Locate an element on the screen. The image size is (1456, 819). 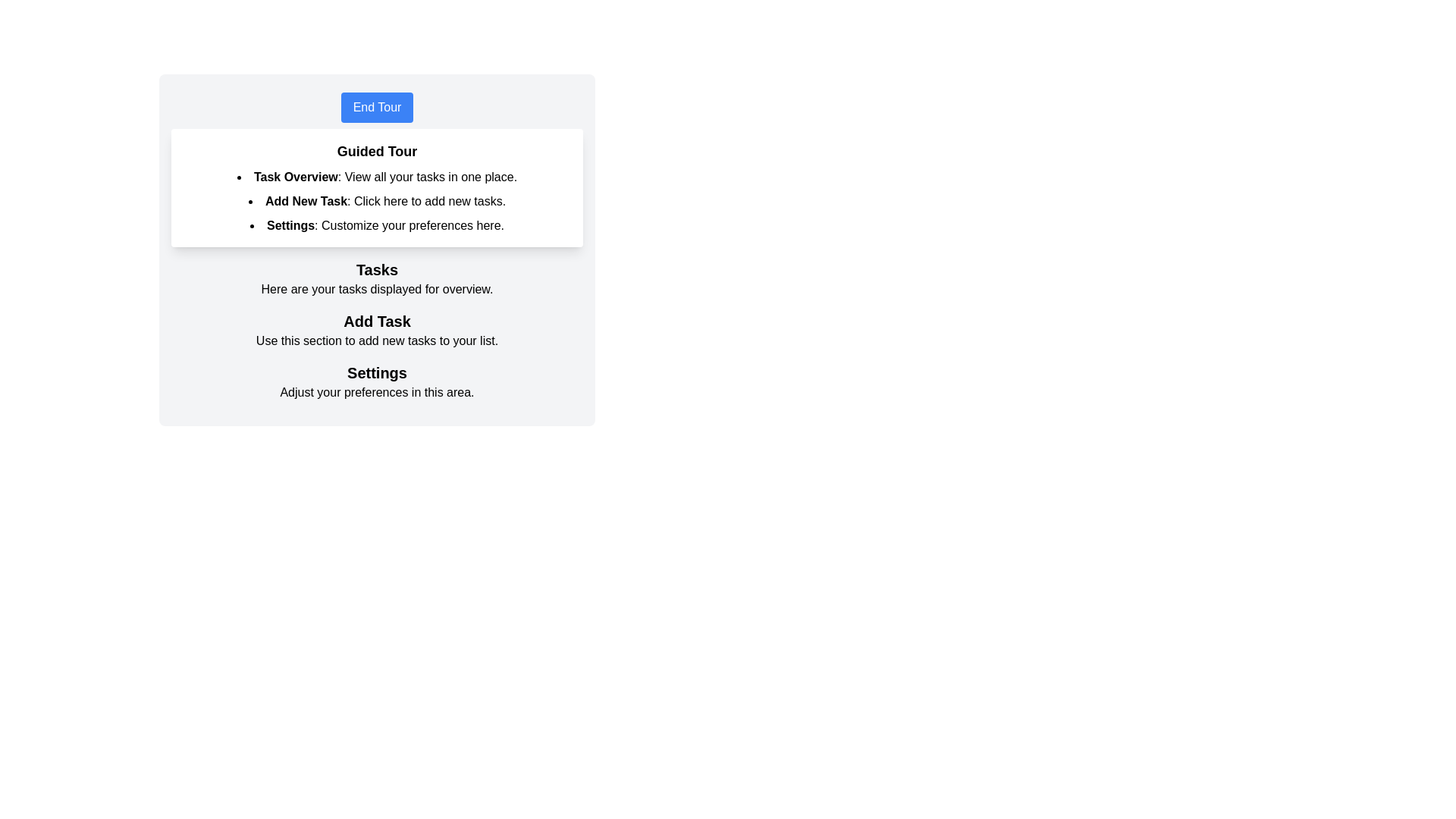
the descriptive text label located directly below the 'Settings' heading in the 'Settings' section of the interface is located at coordinates (377, 391).